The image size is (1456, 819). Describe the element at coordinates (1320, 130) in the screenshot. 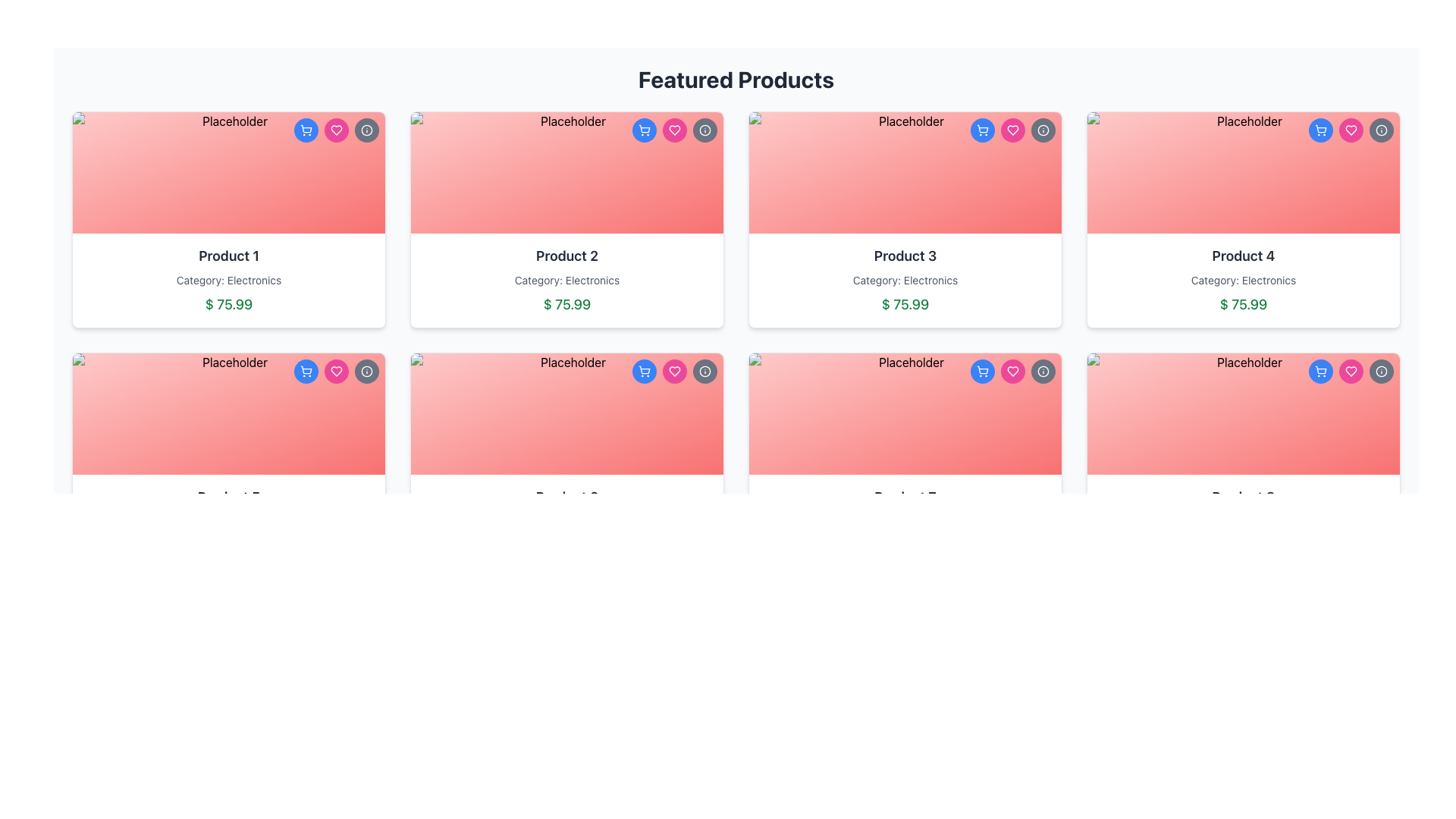

I see `the shopping cart icon button with a blue background located at the top-right of the card for 'Product 4'` at that location.